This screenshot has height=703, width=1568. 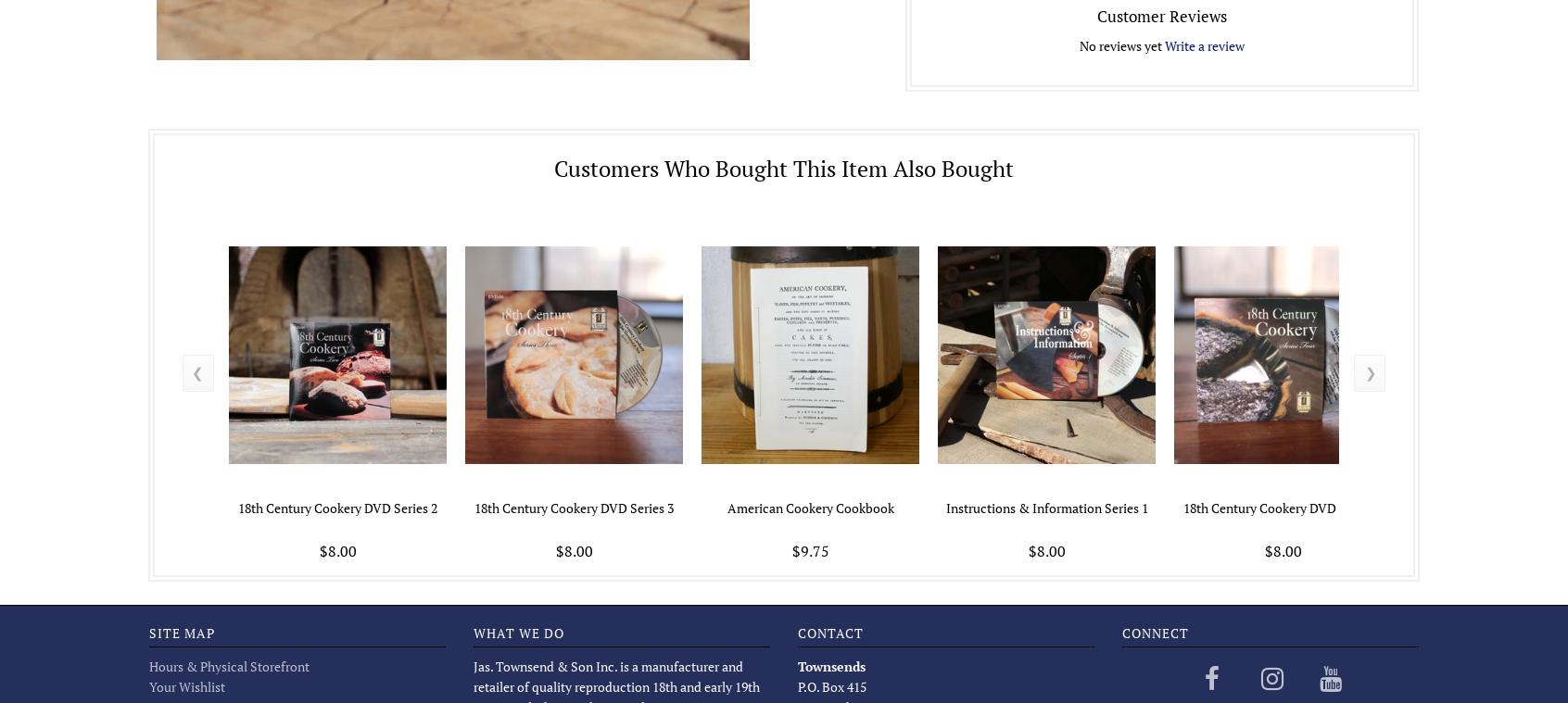 I want to click on 'Hours & Physical Storefront', so click(x=228, y=665).